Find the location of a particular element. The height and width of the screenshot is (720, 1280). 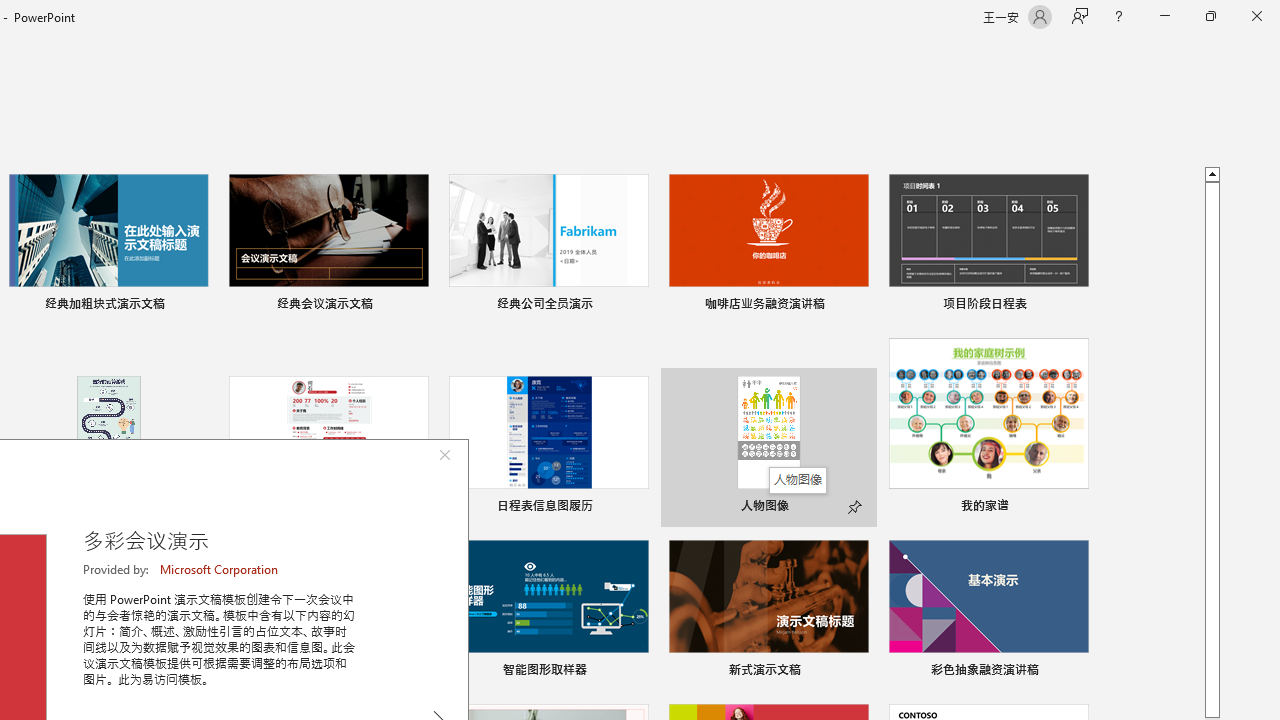

'Microsoft Corporation' is located at coordinates (220, 569).